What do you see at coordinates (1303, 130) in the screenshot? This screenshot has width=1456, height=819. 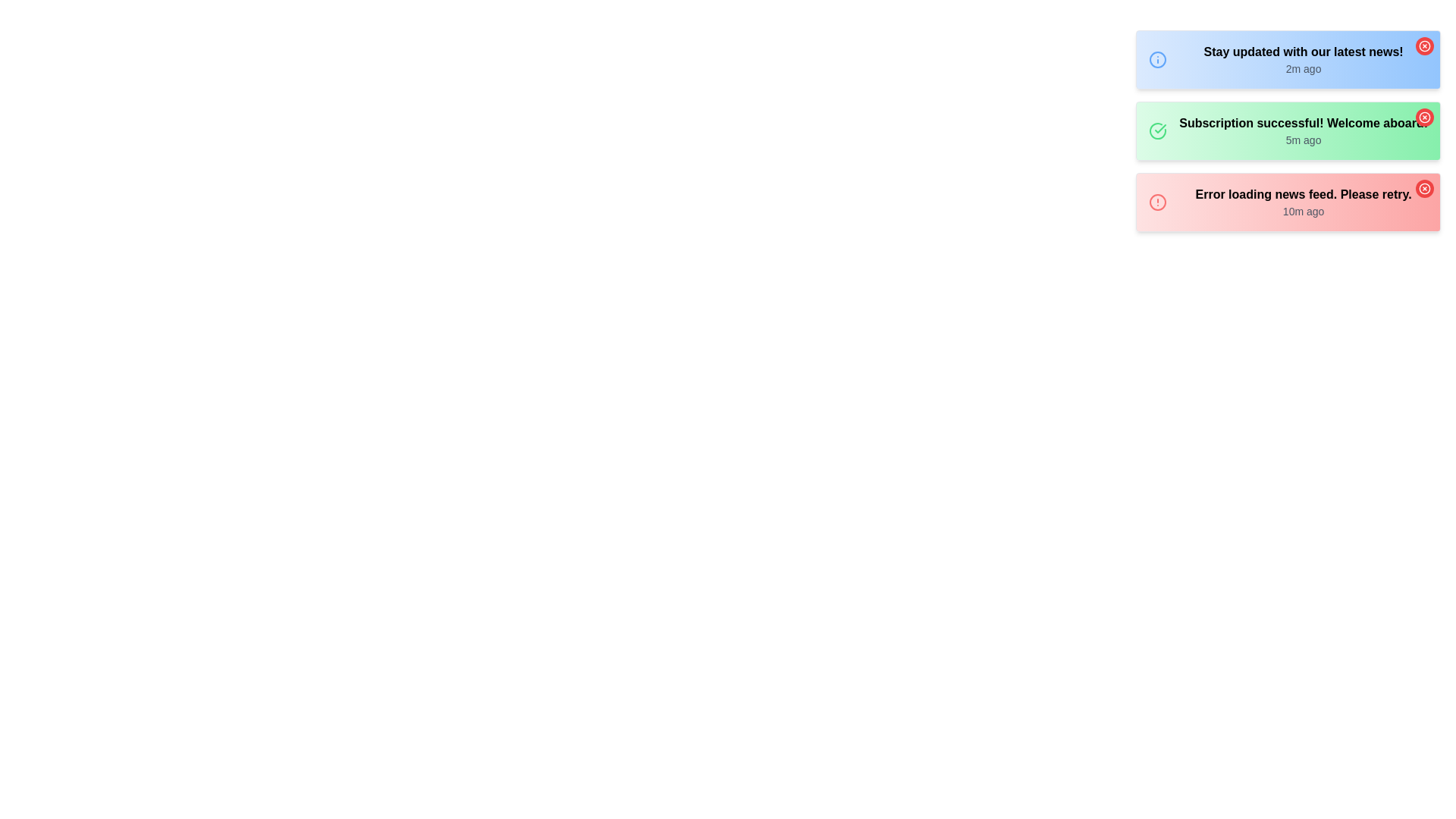 I see `the time information displayed` at bounding box center [1303, 130].